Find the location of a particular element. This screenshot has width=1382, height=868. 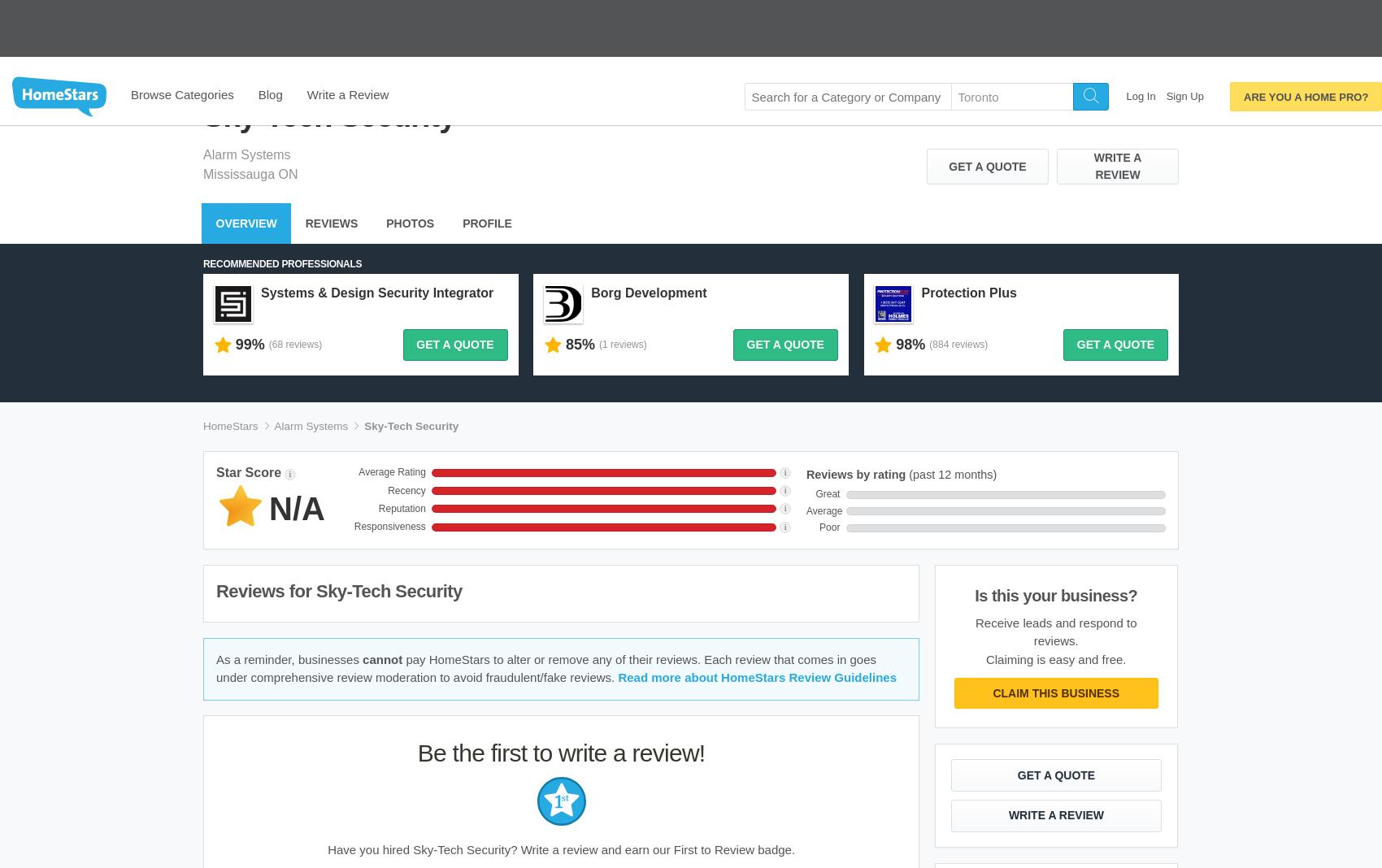

'profile' is located at coordinates (486, 154).